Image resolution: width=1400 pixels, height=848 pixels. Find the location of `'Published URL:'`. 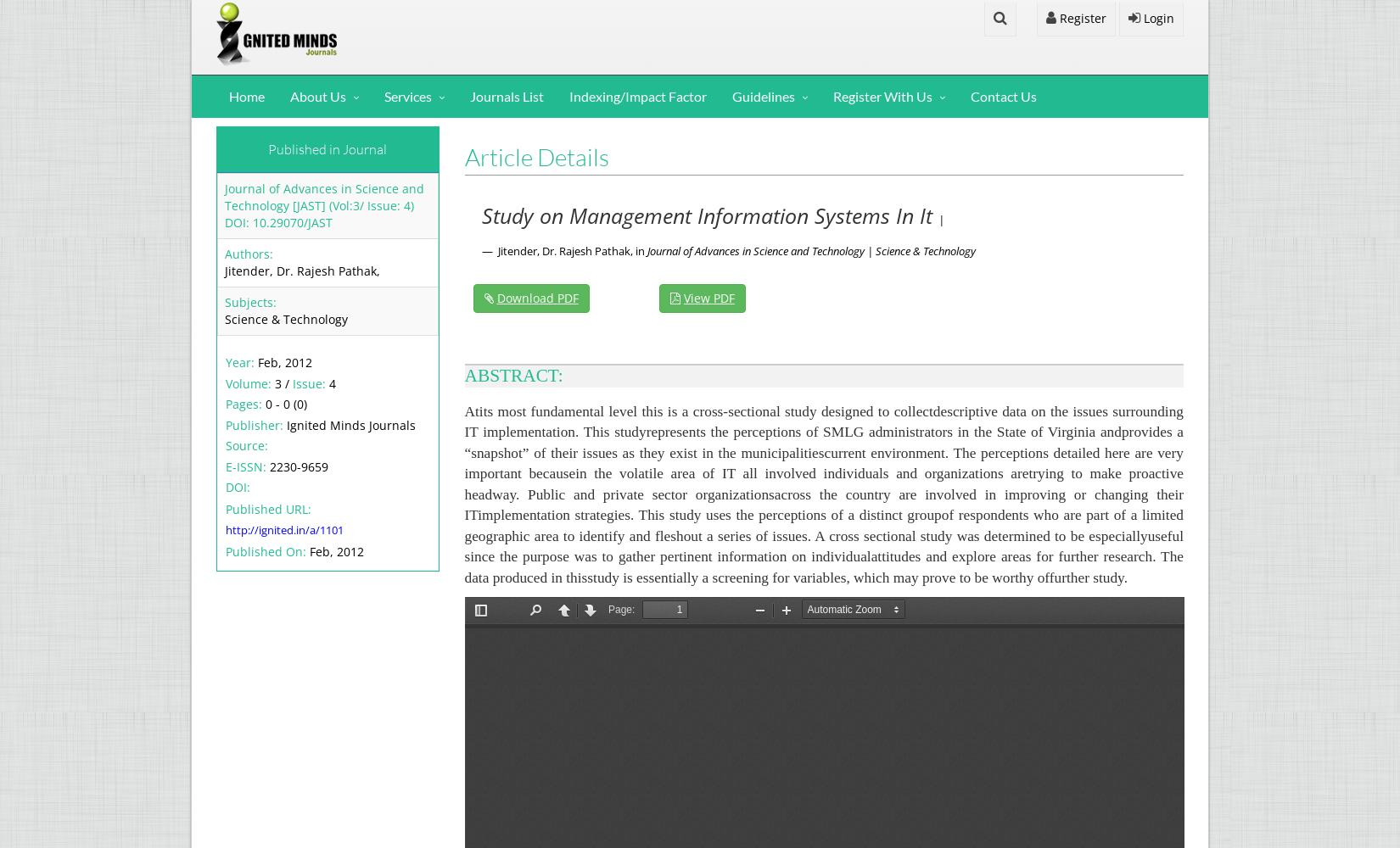

'Published URL:' is located at coordinates (268, 507).